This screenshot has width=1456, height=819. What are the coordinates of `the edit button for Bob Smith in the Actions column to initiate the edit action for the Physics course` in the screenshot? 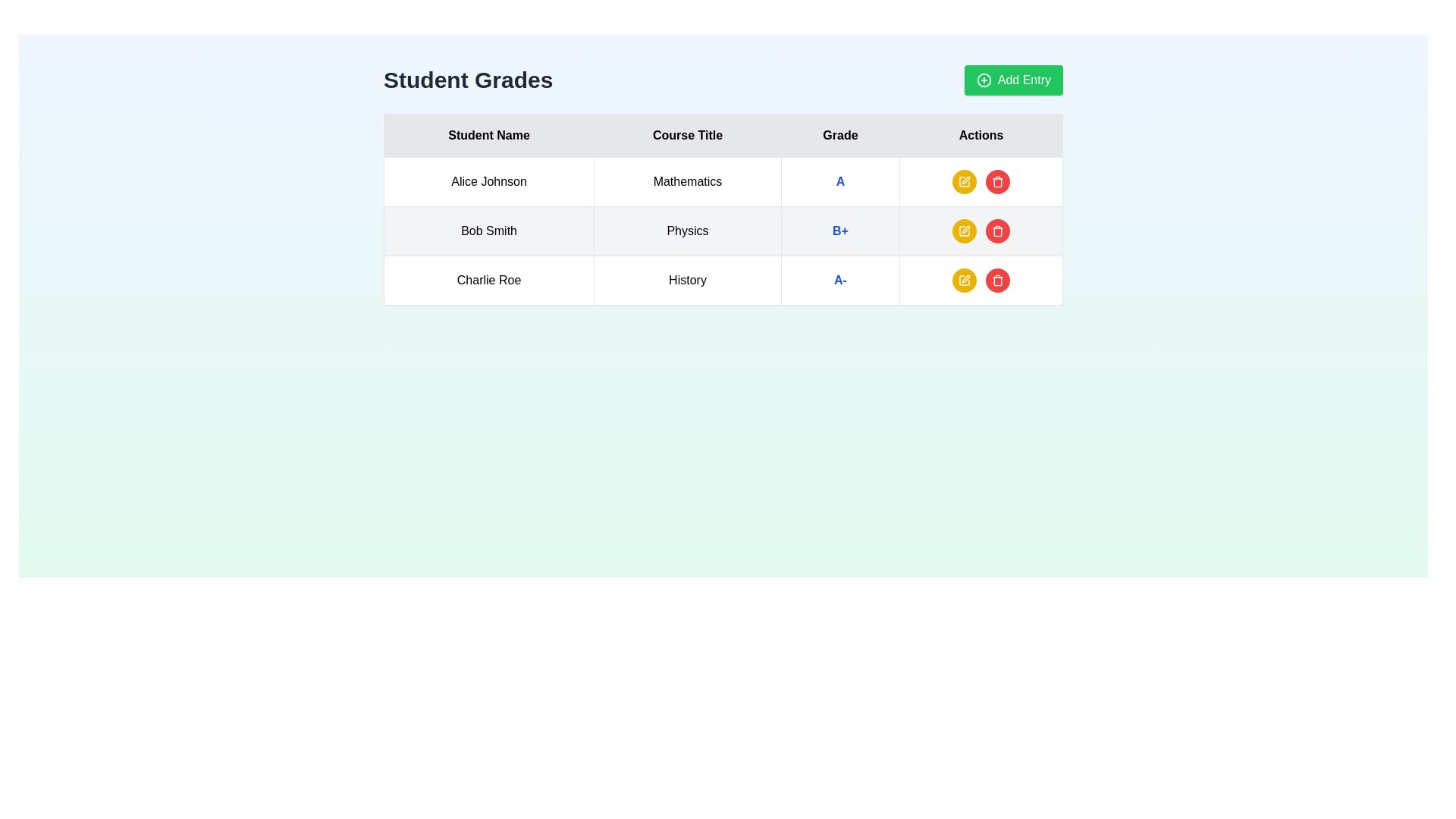 It's located at (964, 231).